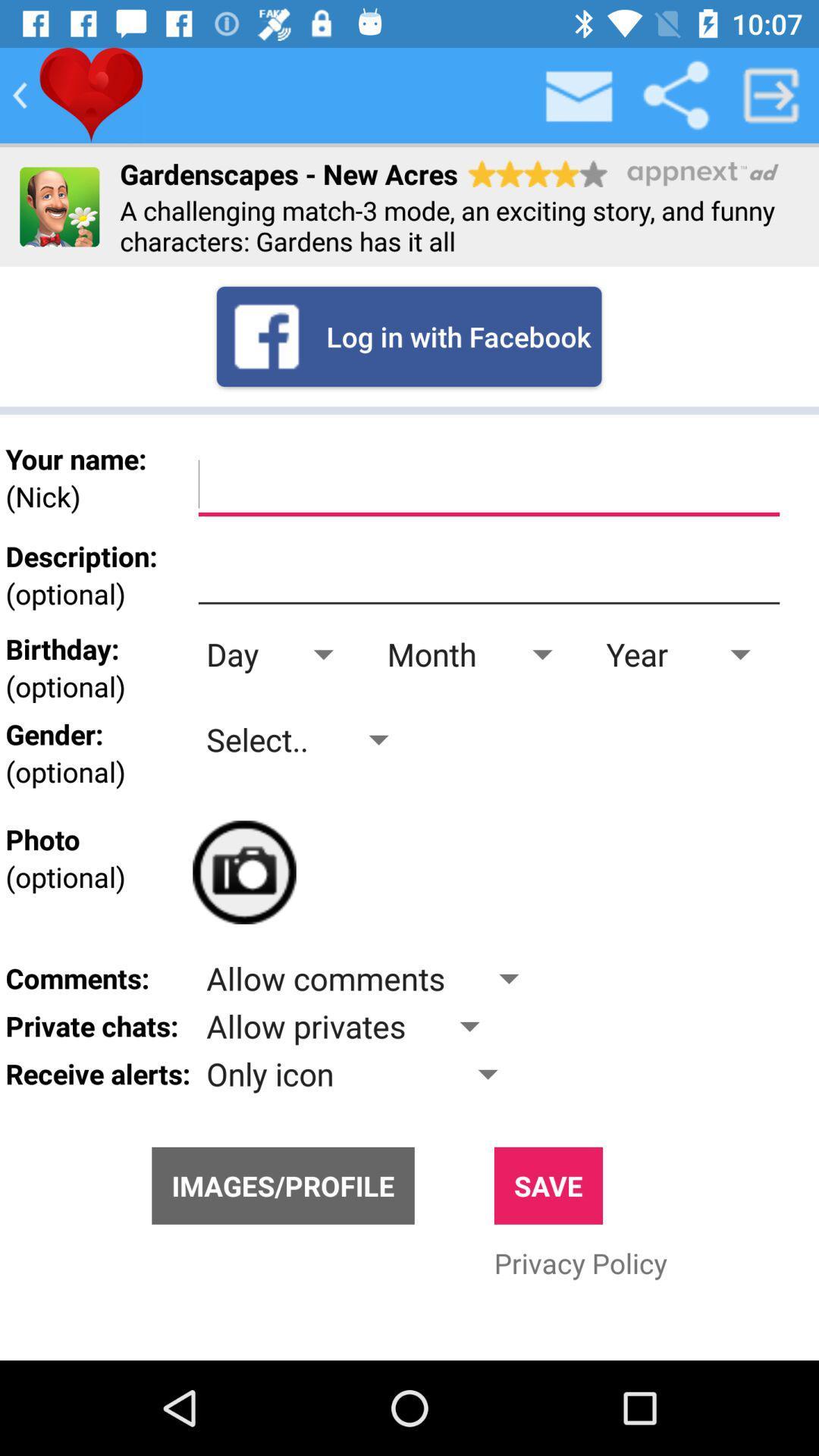 The width and height of the screenshot is (819, 1456). What do you see at coordinates (243, 872) in the screenshot?
I see `camera` at bounding box center [243, 872].